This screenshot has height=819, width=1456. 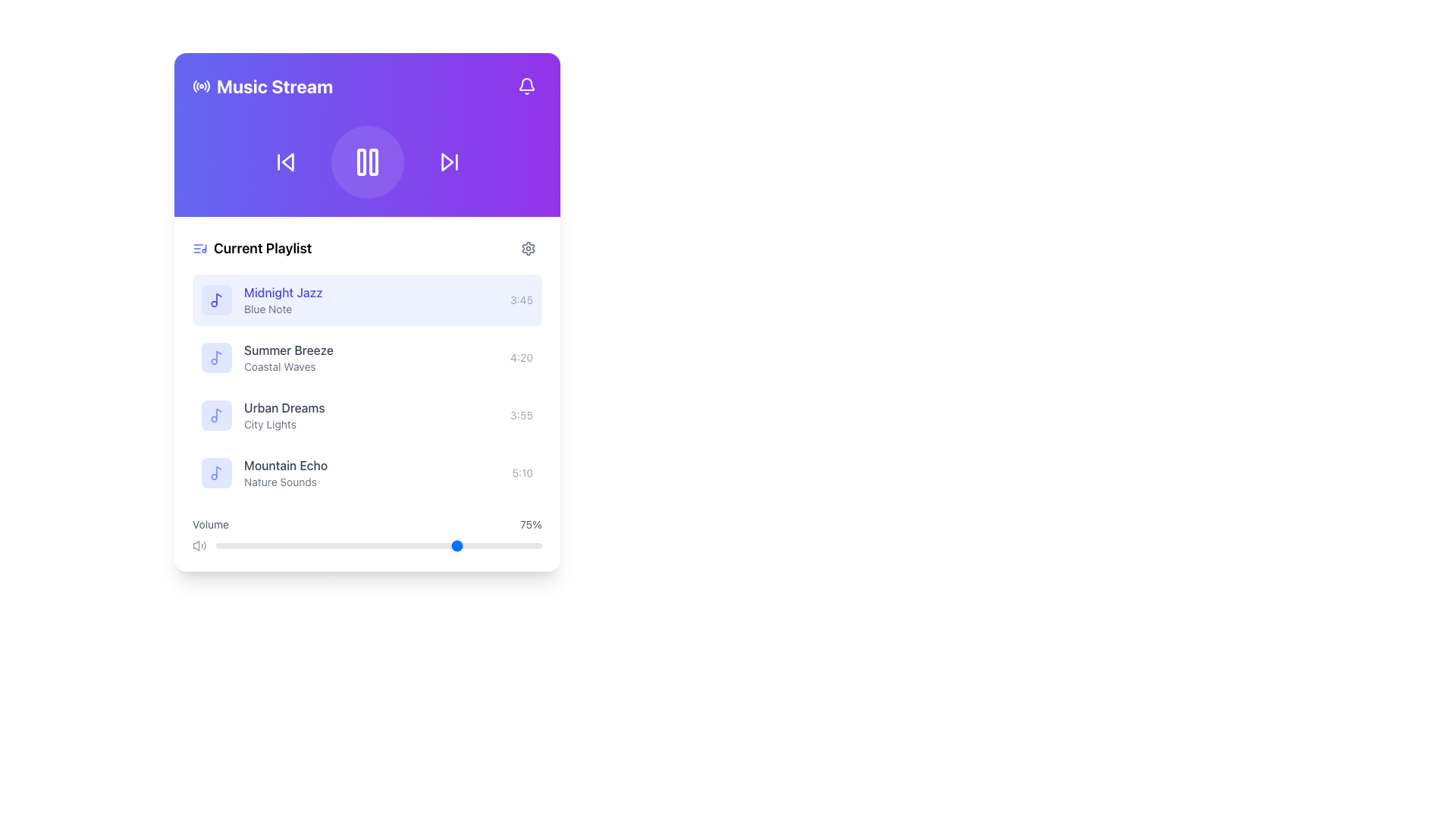 What do you see at coordinates (367, 162) in the screenshot?
I see `the pause button located in the header section, which is part of a rounded icon button group` at bounding box center [367, 162].